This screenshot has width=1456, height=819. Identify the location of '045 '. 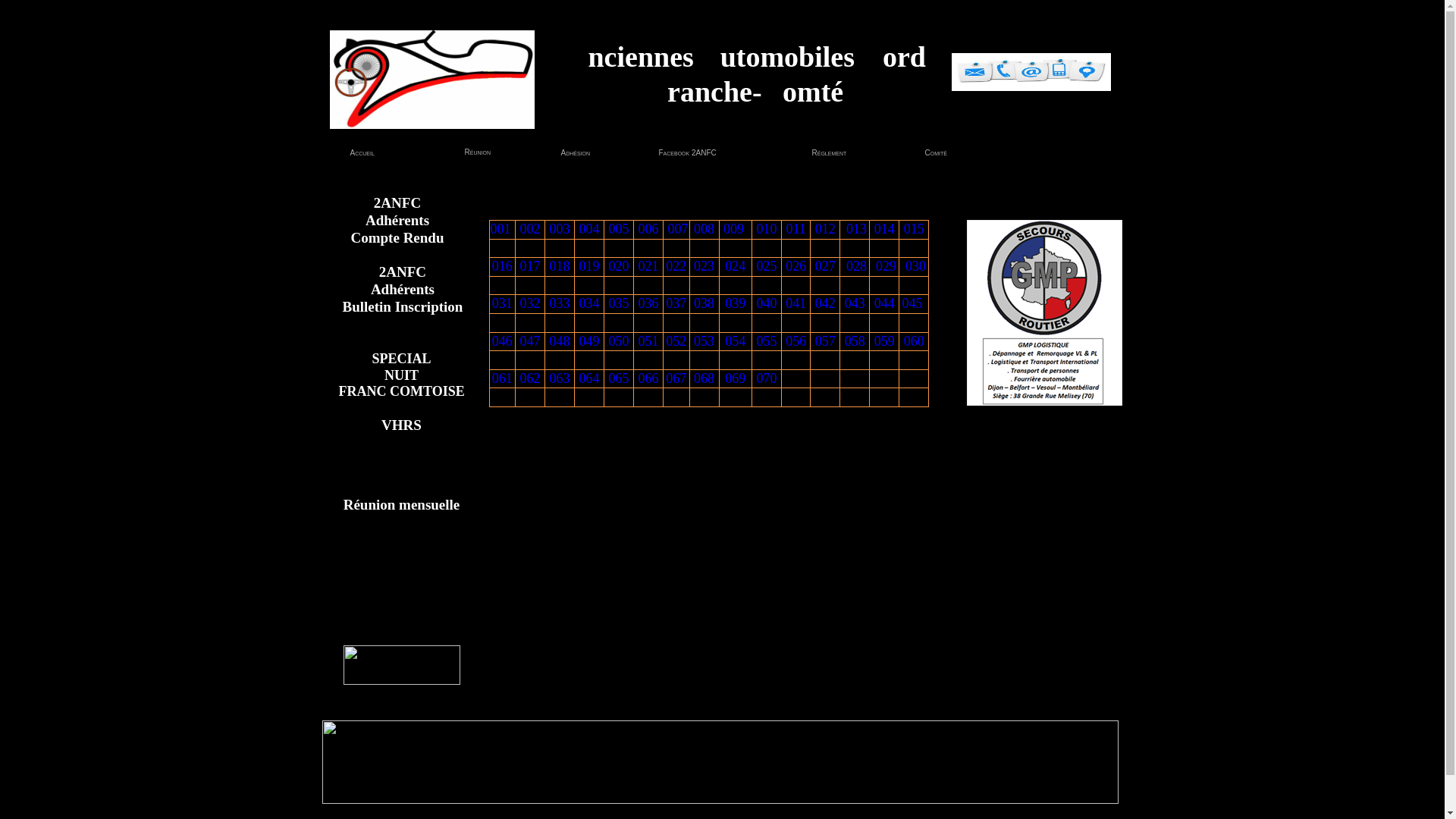
(902, 303).